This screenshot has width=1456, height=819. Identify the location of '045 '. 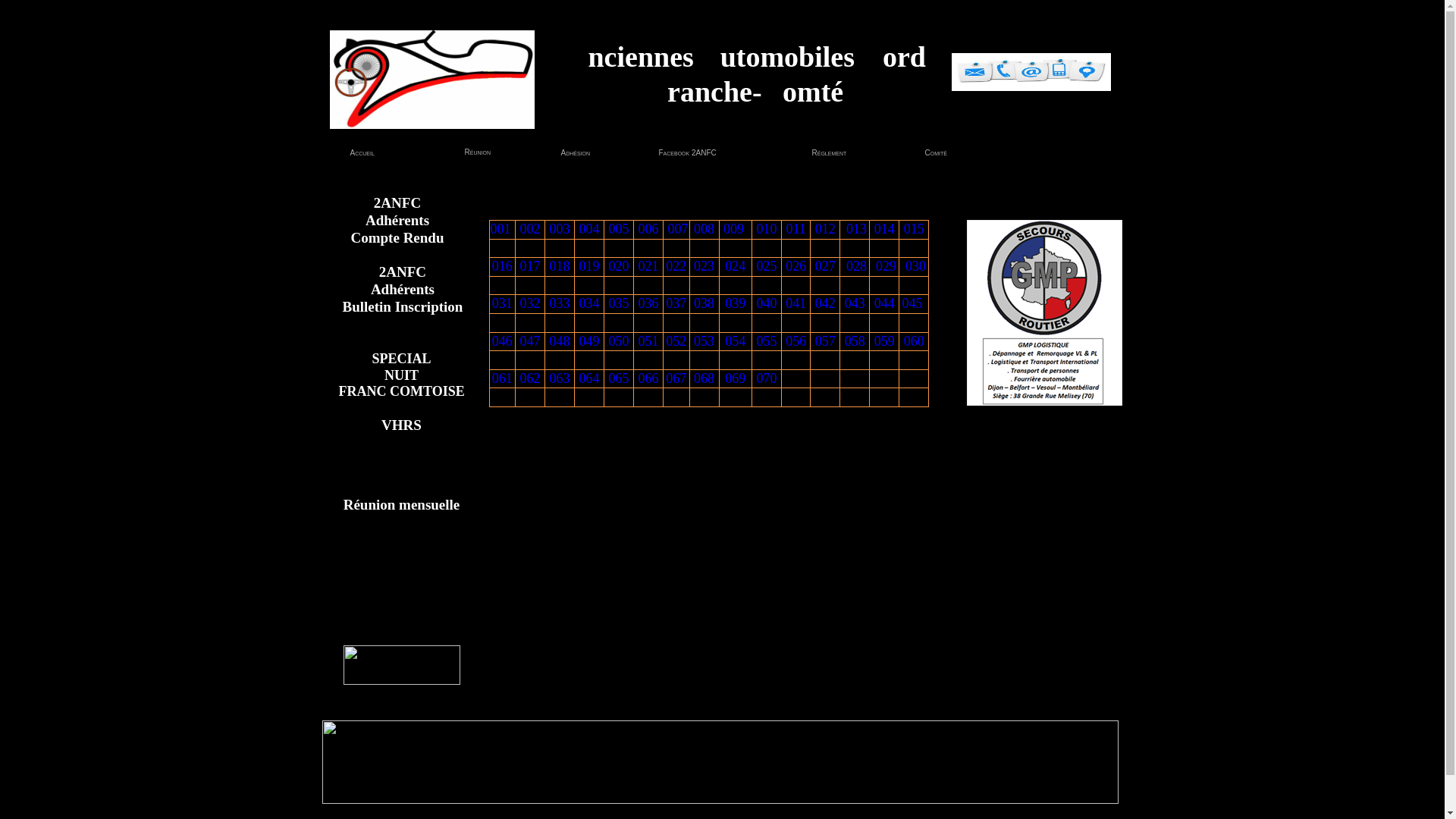
(902, 303).